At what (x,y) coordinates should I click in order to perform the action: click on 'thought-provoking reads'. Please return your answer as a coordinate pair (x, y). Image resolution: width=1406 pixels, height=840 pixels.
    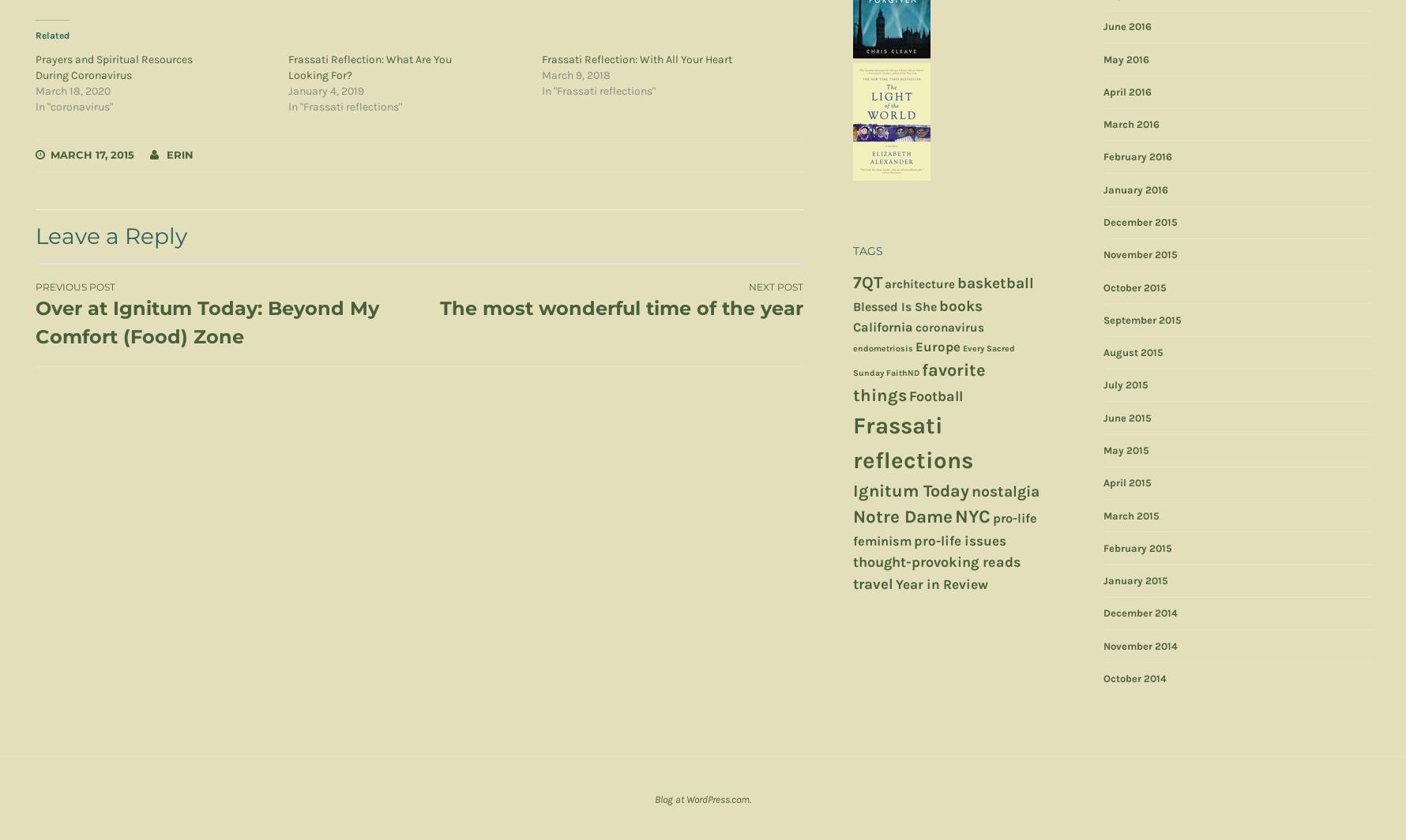
    Looking at the image, I should click on (936, 562).